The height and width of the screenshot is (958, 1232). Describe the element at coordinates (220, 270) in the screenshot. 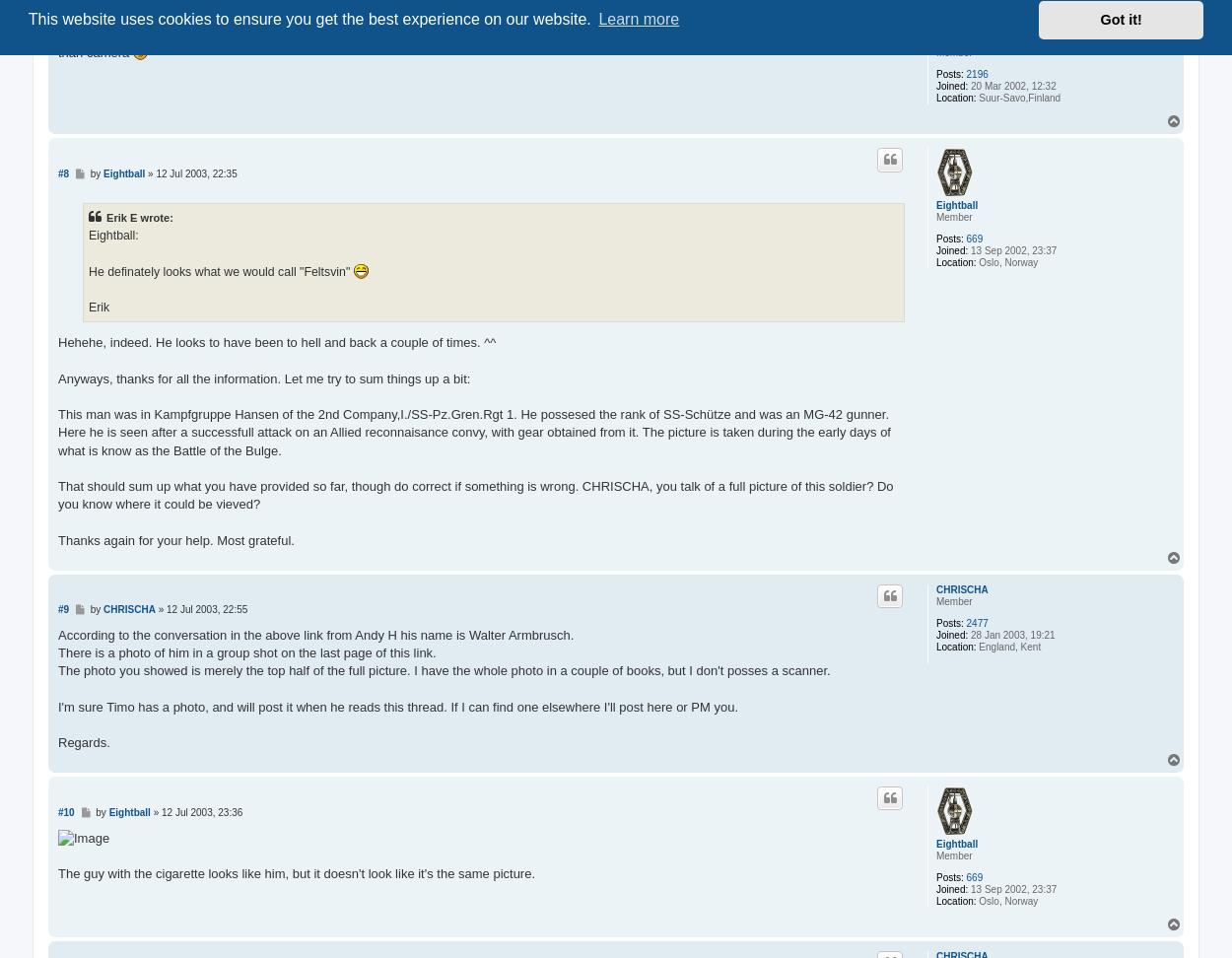

I see `'He definately looks what we would call "Feltsvin"'` at that location.